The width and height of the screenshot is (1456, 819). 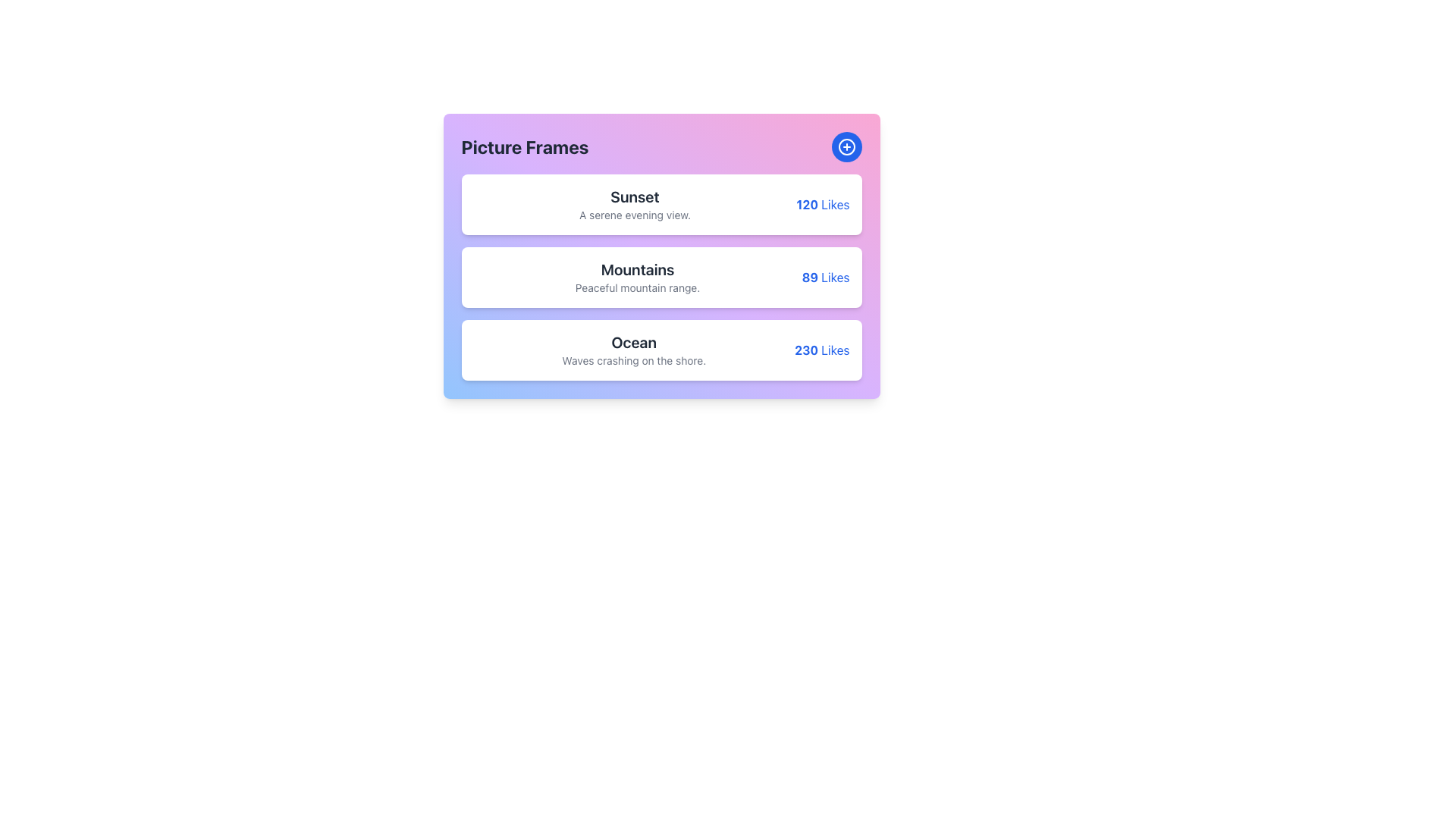 What do you see at coordinates (638, 288) in the screenshot?
I see `the informational text label located in the second content card, which provides a subtitle related to 'Mountains'` at bounding box center [638, 288].